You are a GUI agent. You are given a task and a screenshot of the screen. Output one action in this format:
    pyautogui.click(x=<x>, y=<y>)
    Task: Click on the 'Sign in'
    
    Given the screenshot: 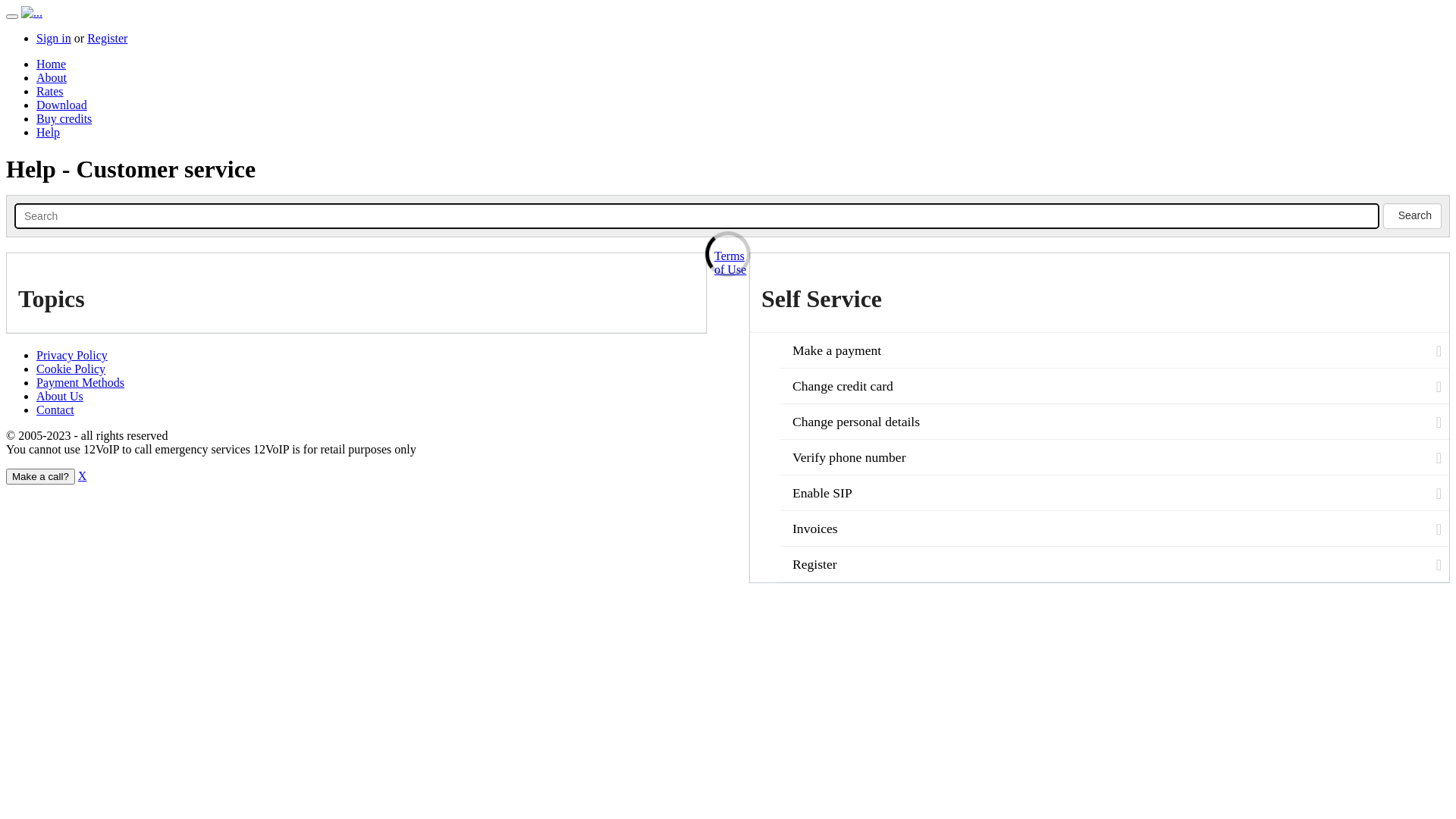 What is the action you would take?
    pyautogui.click(x=54, y=37)
    